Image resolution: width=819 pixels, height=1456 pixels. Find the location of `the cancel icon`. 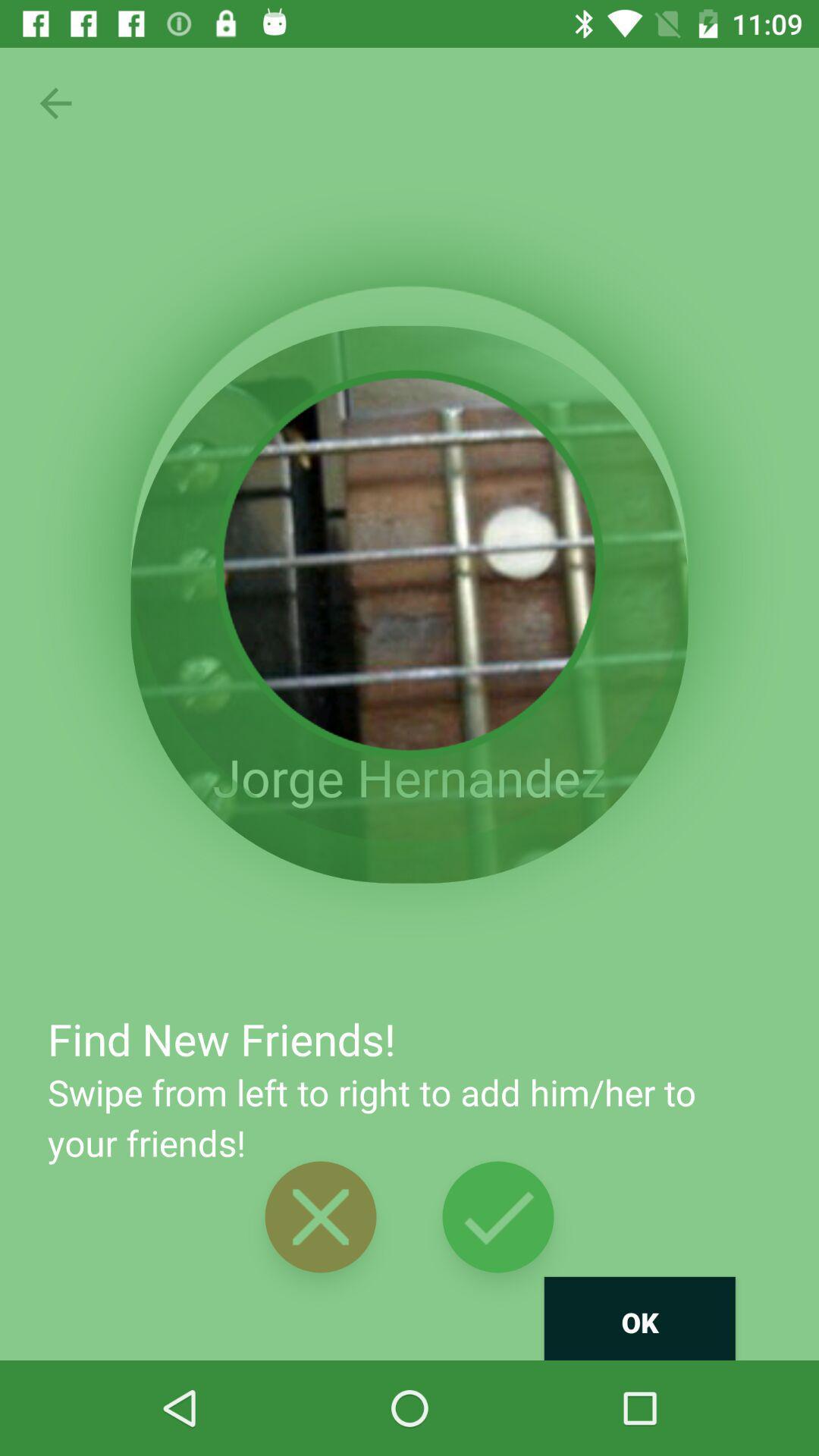

the cancel icon is located at coordinates (320, 1217).